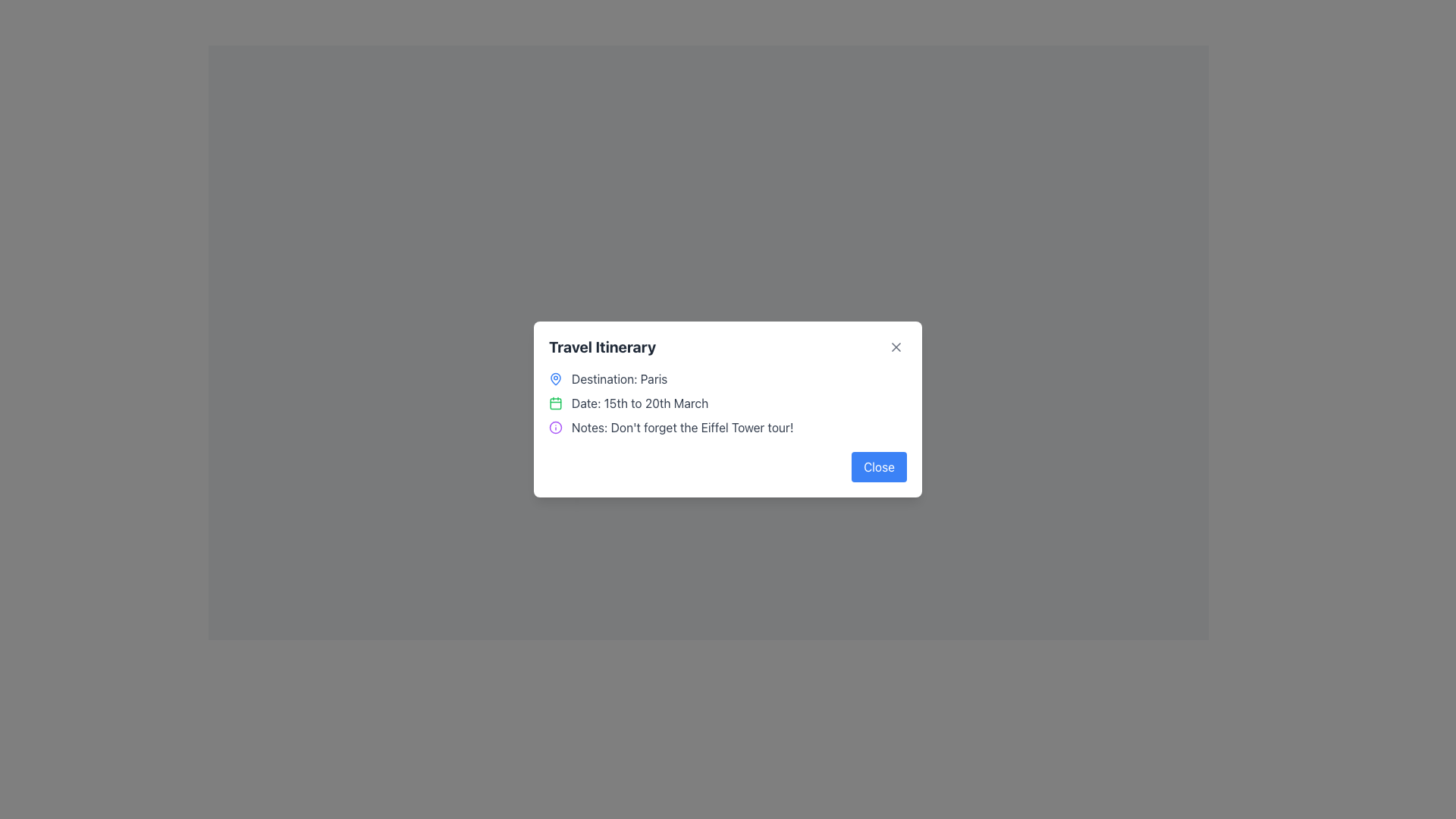 This screenshot has width=1456, height=819. What do you see at coordinates (555, 378) in the screenshot?
I see `the location marker SVG icon that visually indicates the destination text 'Destination: Paris', situated to the left of the text` at bounding box center [555, 378].